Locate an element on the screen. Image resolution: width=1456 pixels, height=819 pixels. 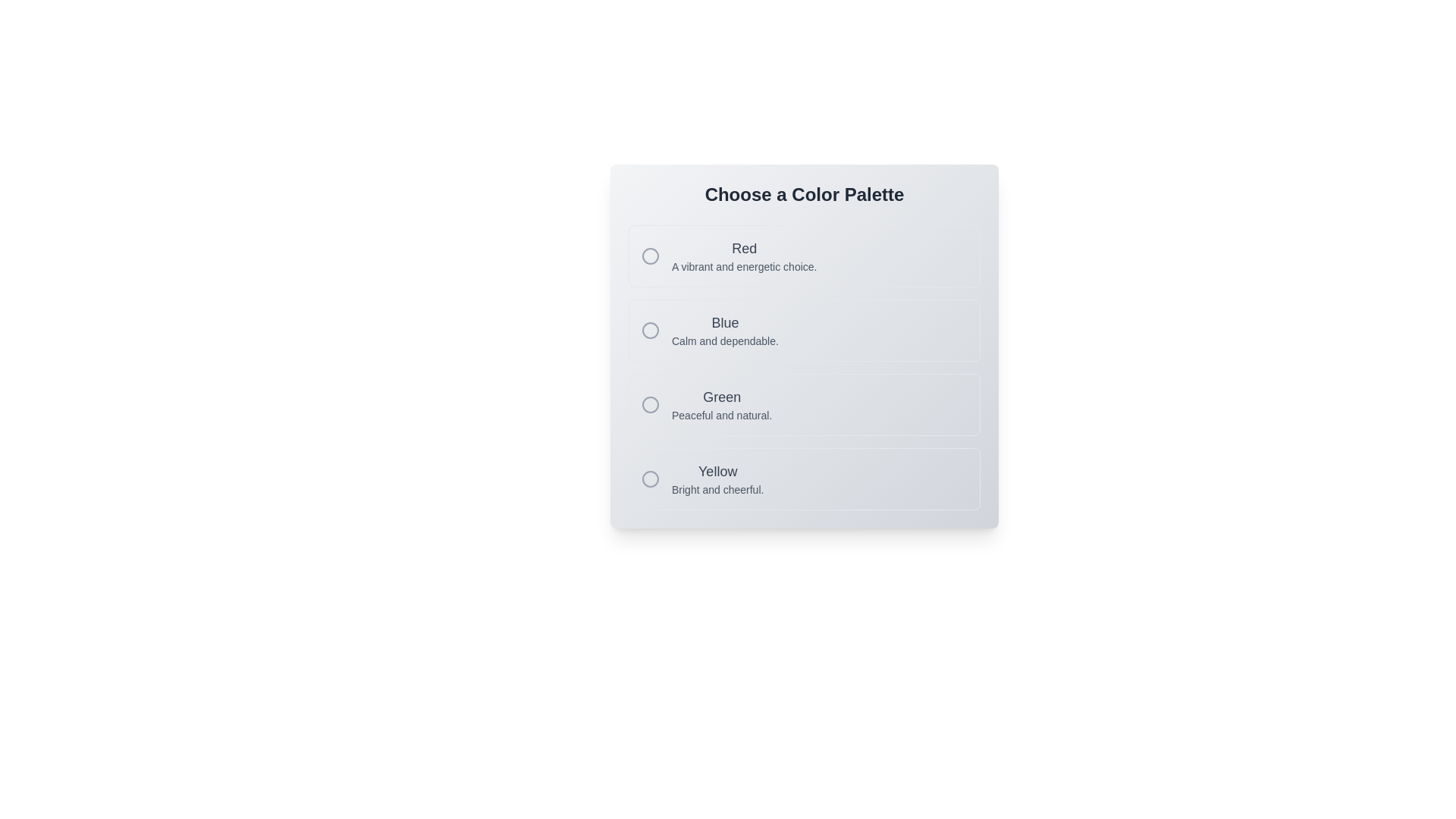
the text block that displays 'Green' and 'Peaceful and natural.' within the third selectable option for the color palette is located at coordinates (721, 403).